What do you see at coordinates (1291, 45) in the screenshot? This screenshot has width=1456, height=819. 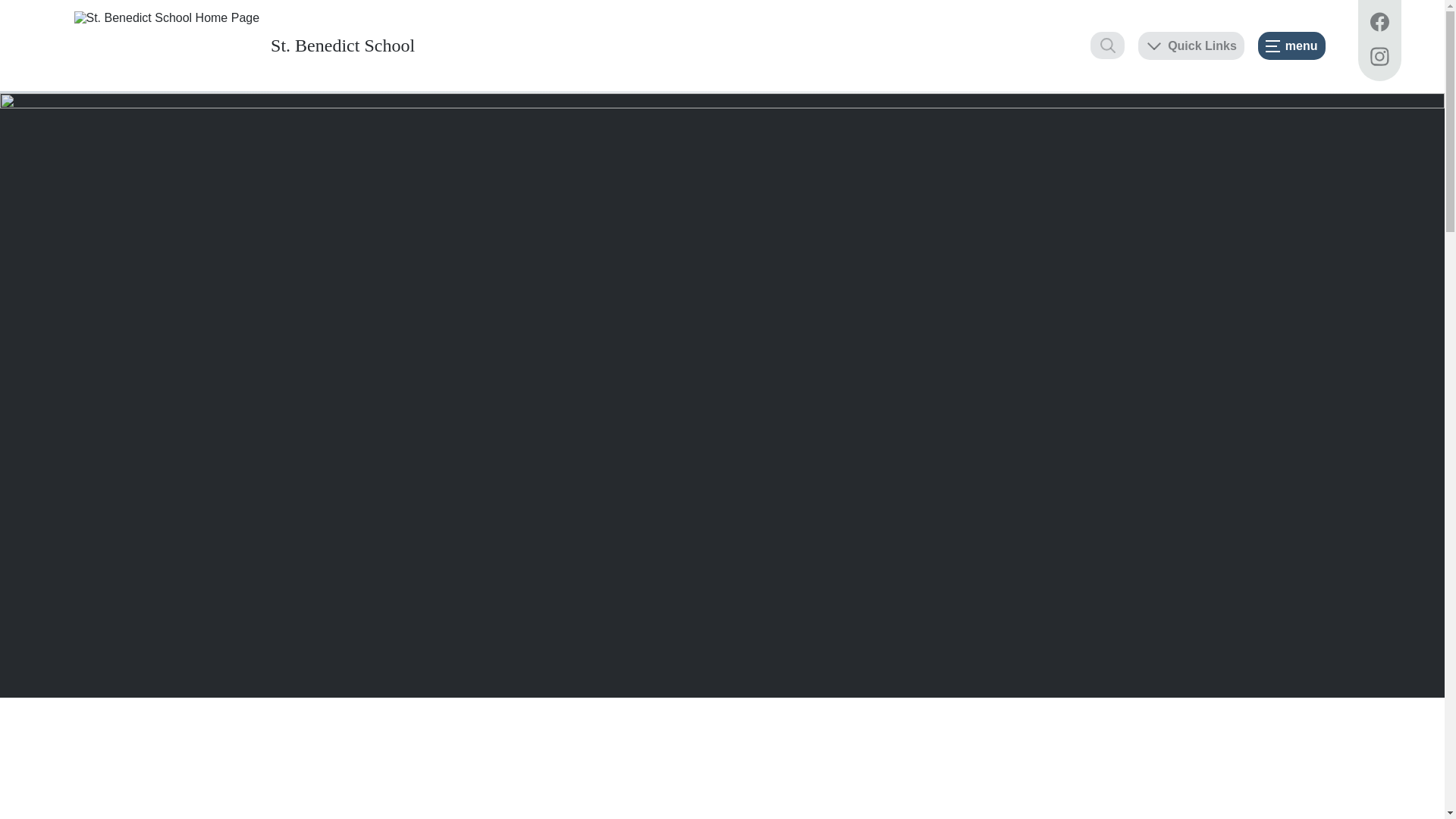 I see `'menu'` at bounding box center [1291, 45].